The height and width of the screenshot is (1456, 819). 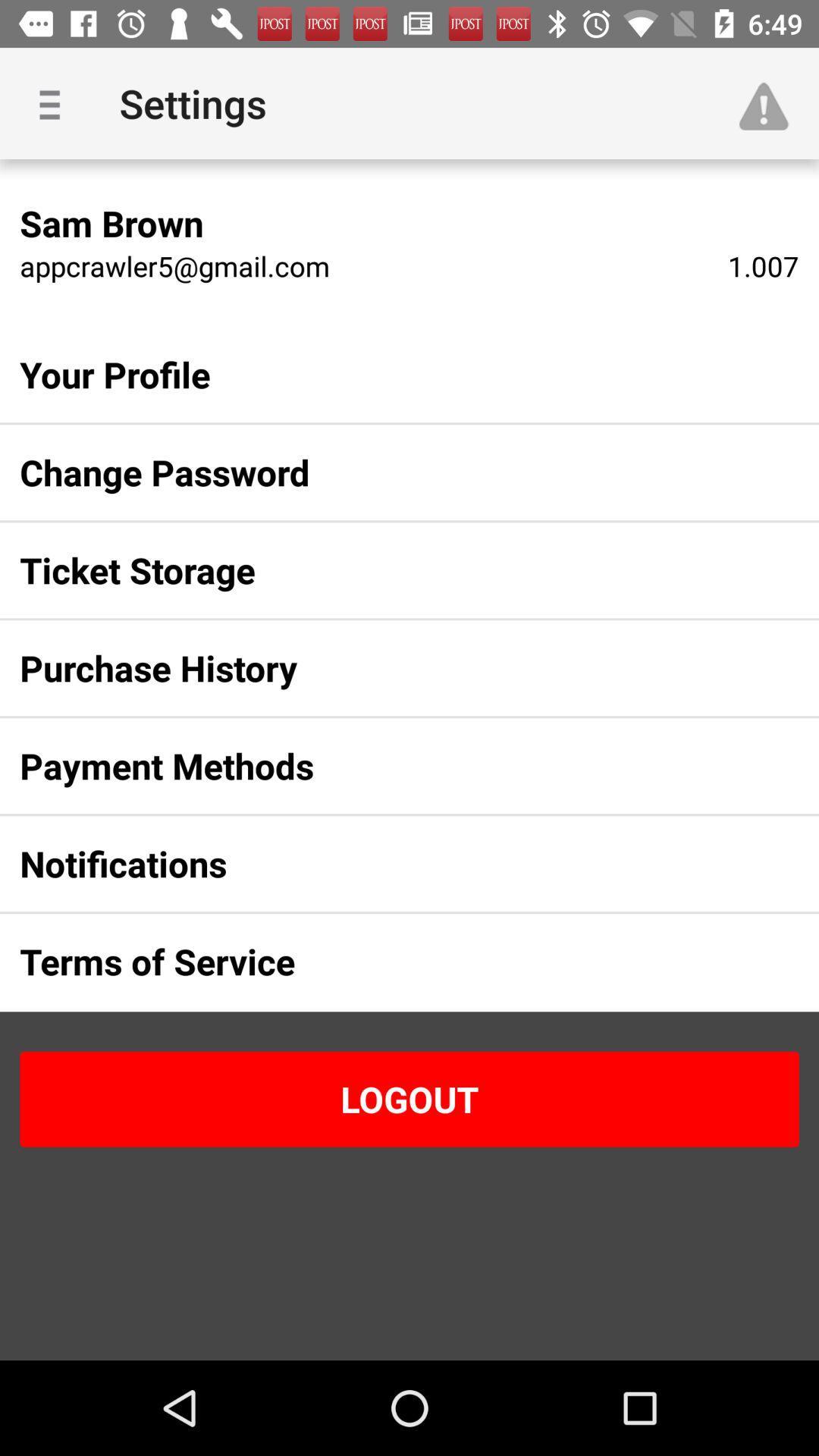 What do you see at coordinates (174, 265) in the screenshot?
I see `item below the sam brown icon` at bounding box center [174, 265].